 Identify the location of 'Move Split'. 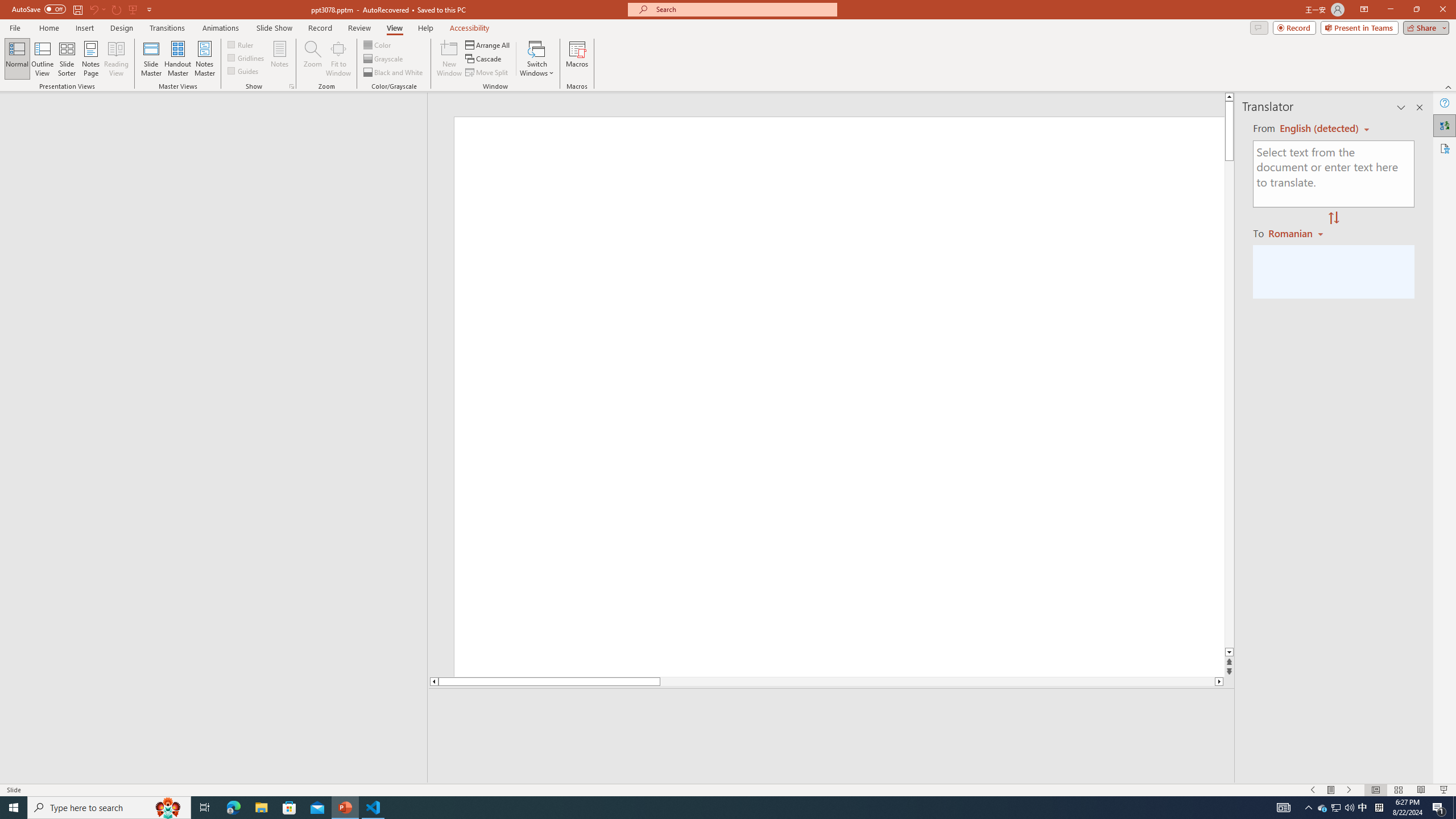
(487, 72).